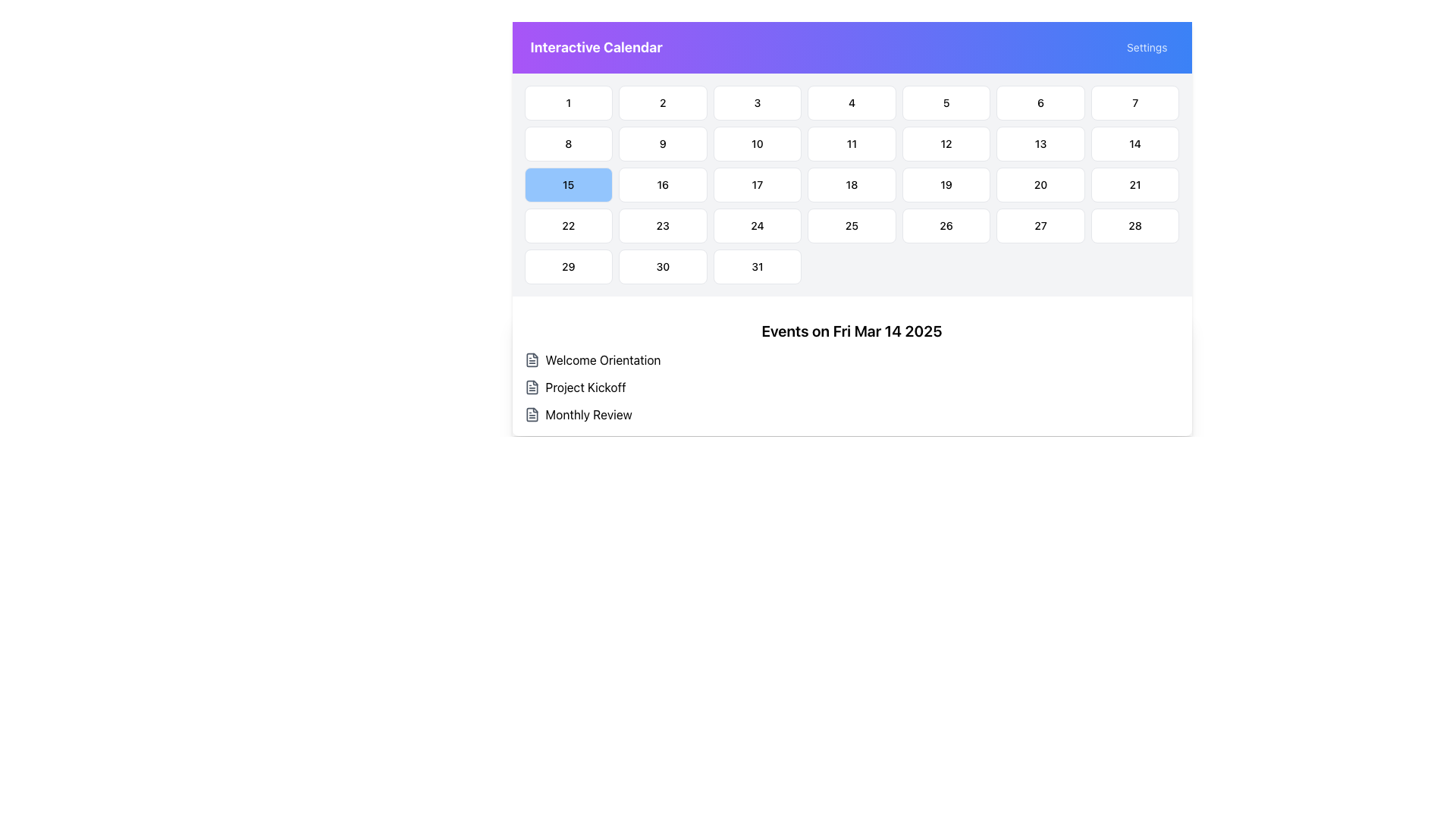 The width and height of the screenshot is (1456, 819). I want to click on the numeral '2' text label styled in a small-size font and medium-weight text, located in the first row, second tile of the calendar interface grid, so click(663, 102).